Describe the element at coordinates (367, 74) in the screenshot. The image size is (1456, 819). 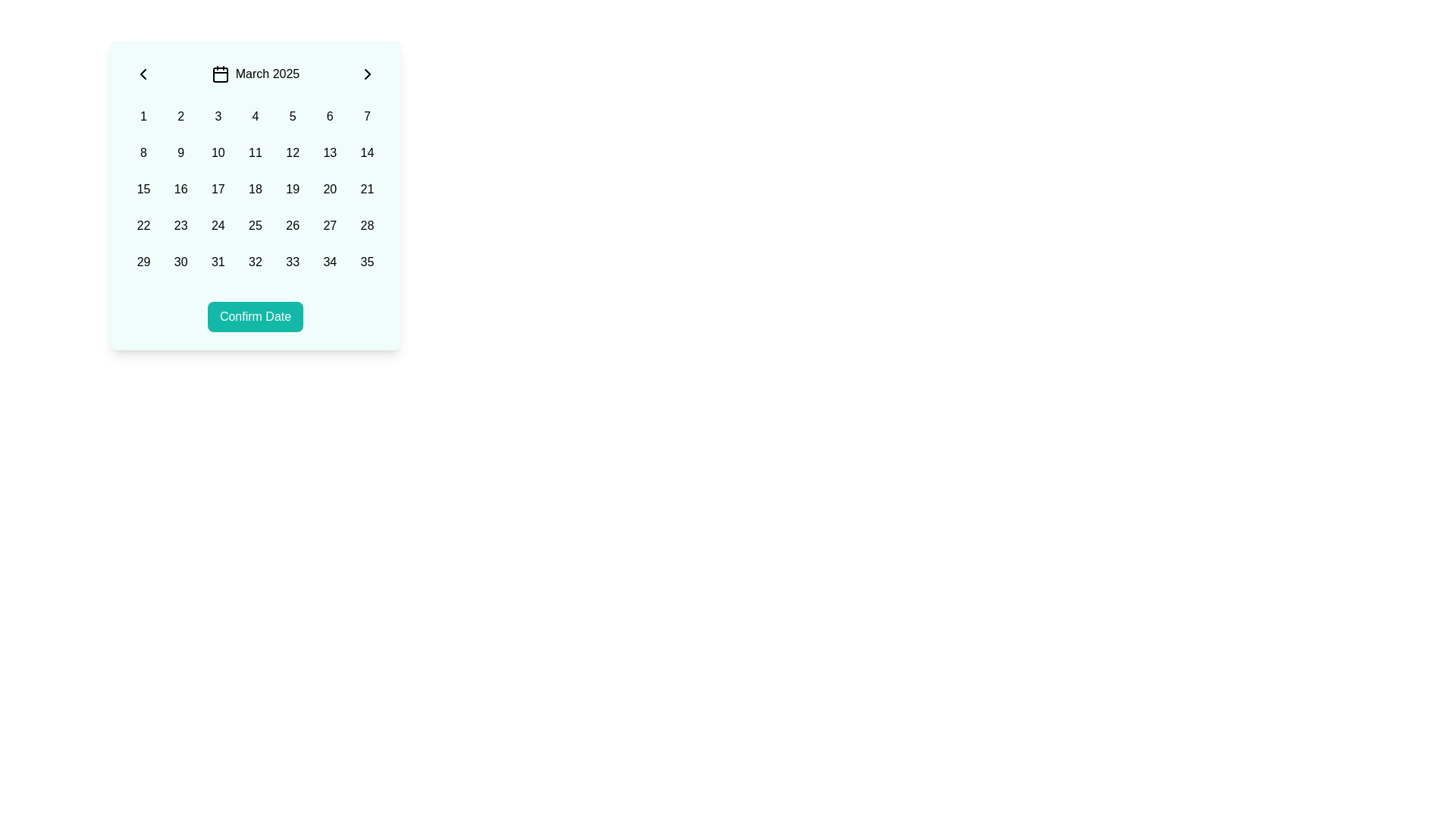
I see `right-pointing chevron button located to the right of the 'March 2025' label for accessibility features` at that location.